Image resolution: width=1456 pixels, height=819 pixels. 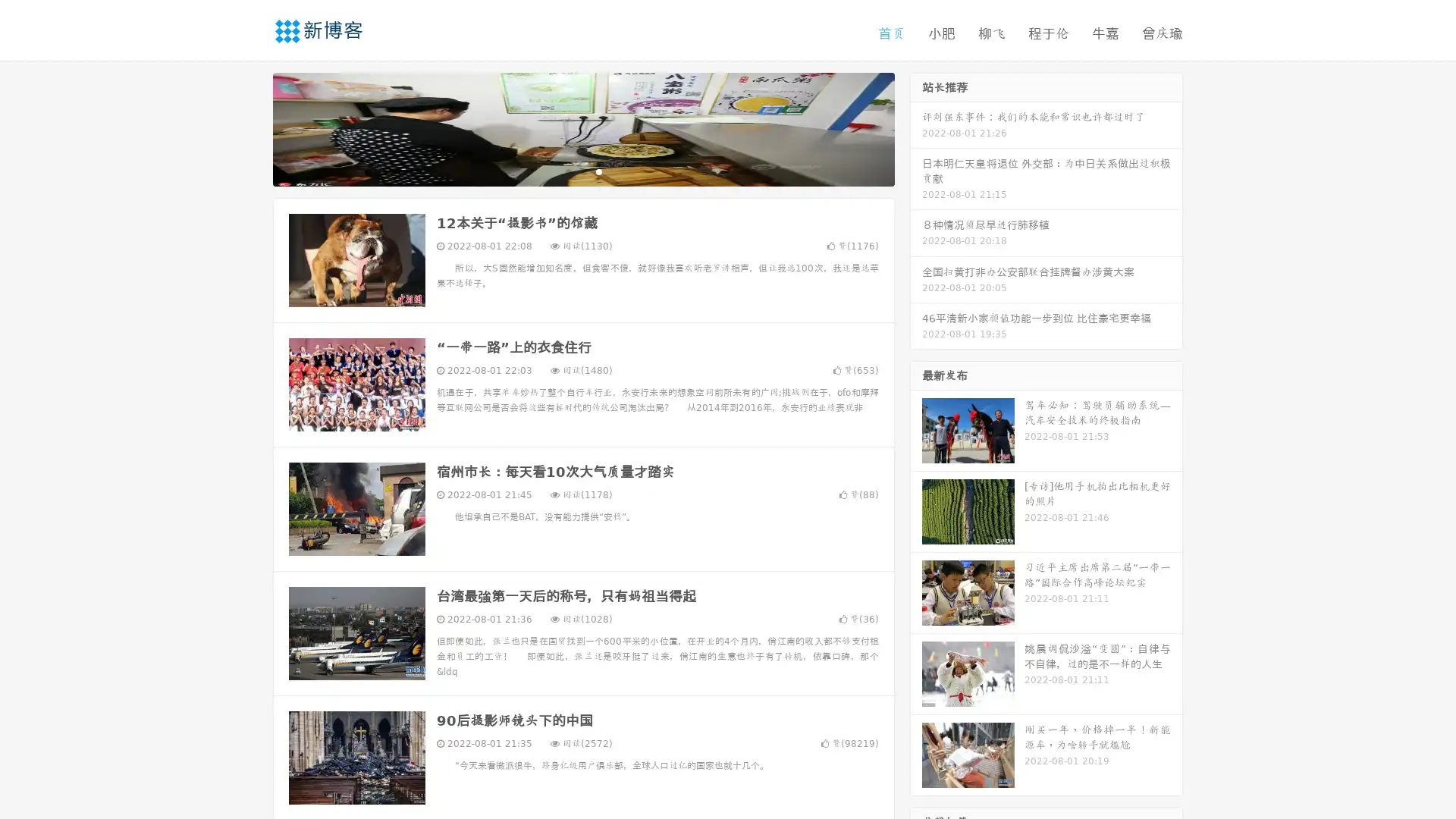 I want to click on Go to slide 2, so click(x=582, y=171).